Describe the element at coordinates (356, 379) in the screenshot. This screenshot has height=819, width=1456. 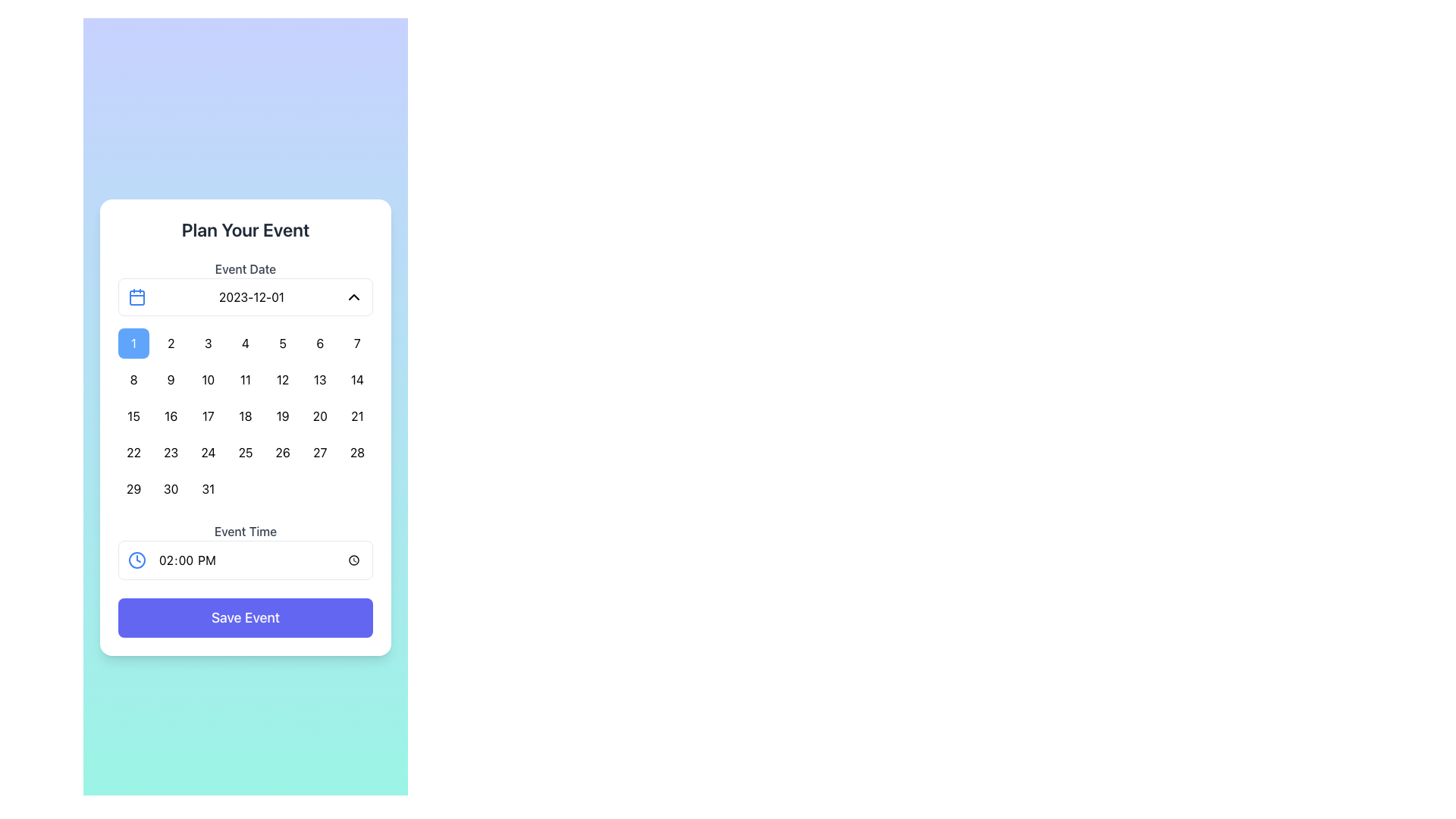
I see `the calendar button` at that location.